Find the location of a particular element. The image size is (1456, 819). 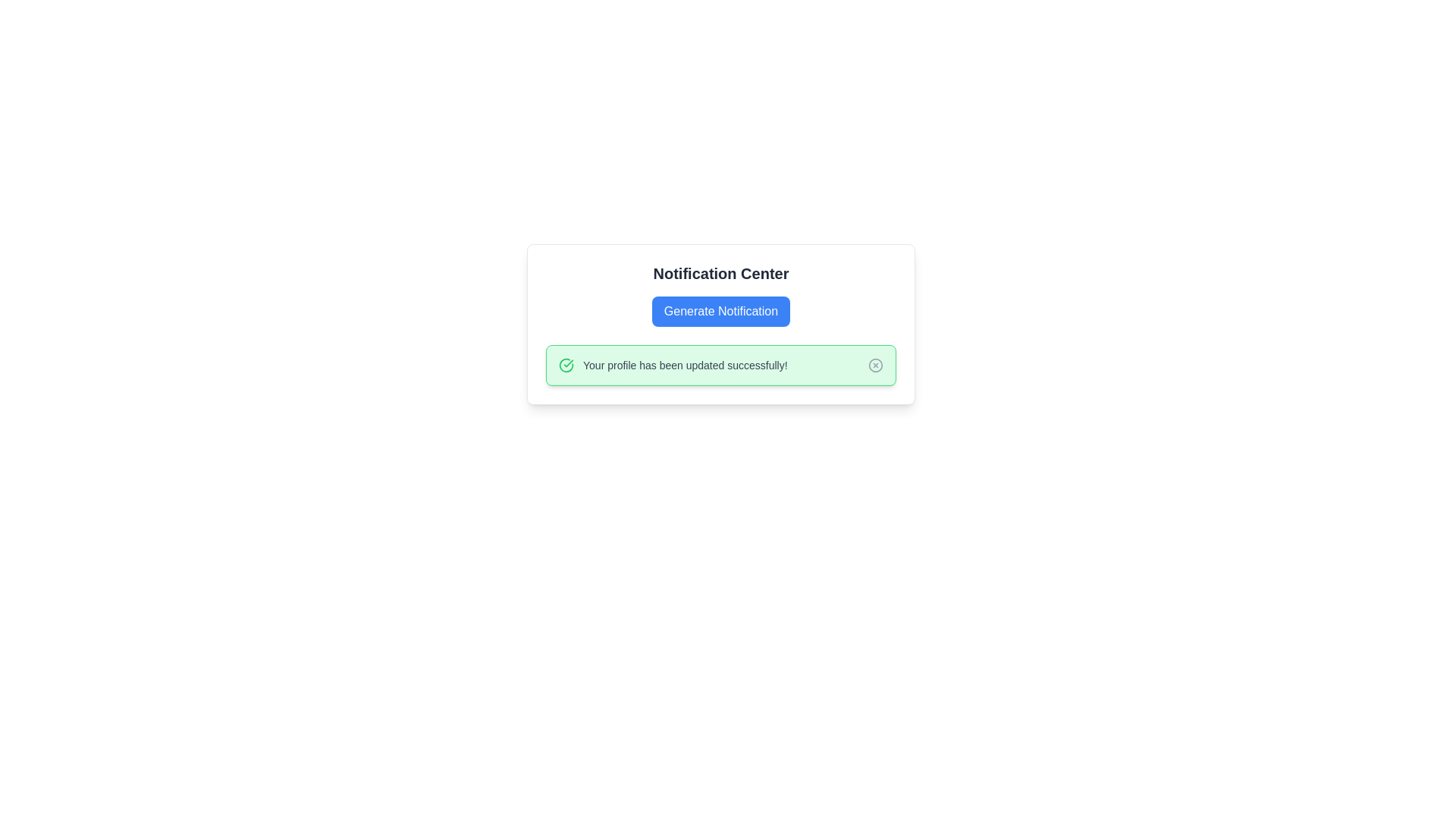

text from the text-based heading that serves as the header for the notification center card, positioned at the top of the card layout above the 'Generate Notification' button is located at coordinates (720, 274).